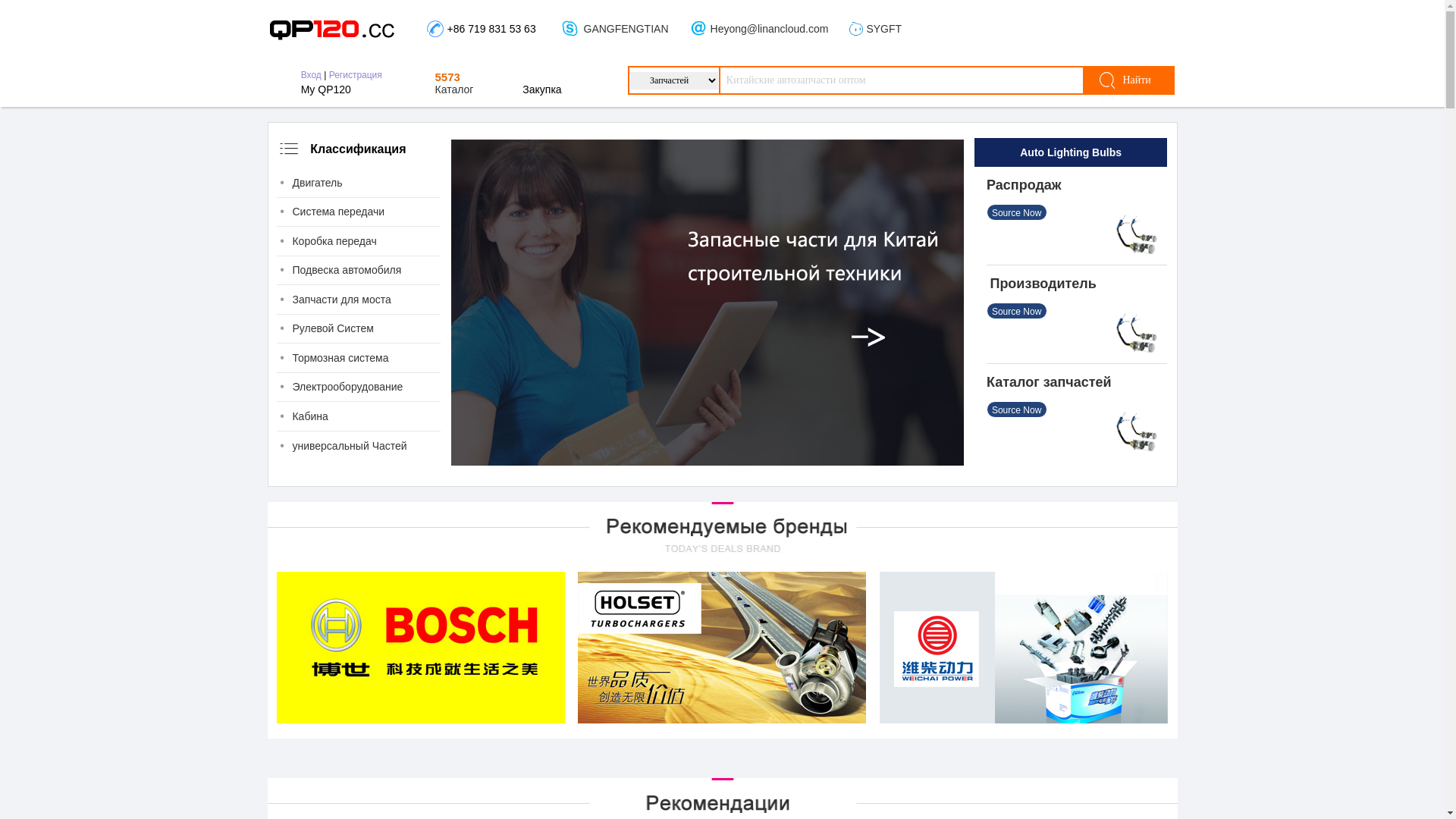  Describe the element at coordinates (769, 29) in the screenshot. I see `'Heyong@linancloud.com'` at that location.